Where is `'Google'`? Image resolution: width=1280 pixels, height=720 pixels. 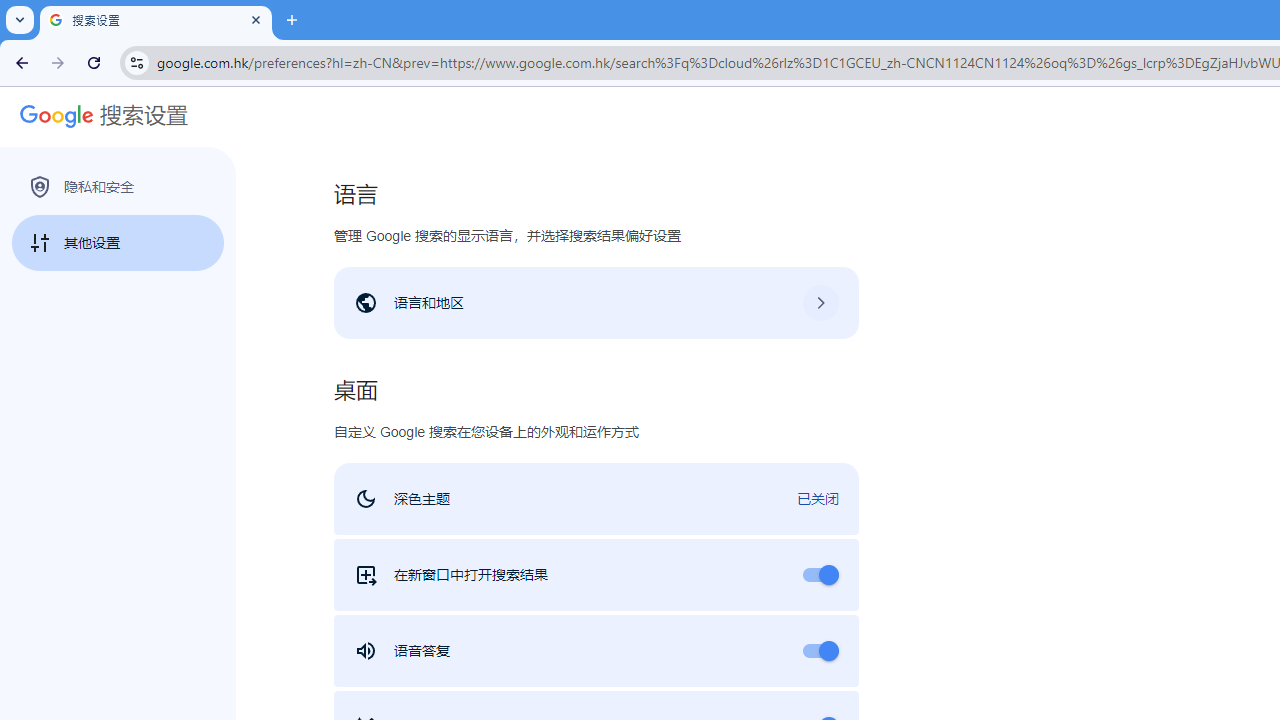 'Google' is located at coordinates (49, 117).